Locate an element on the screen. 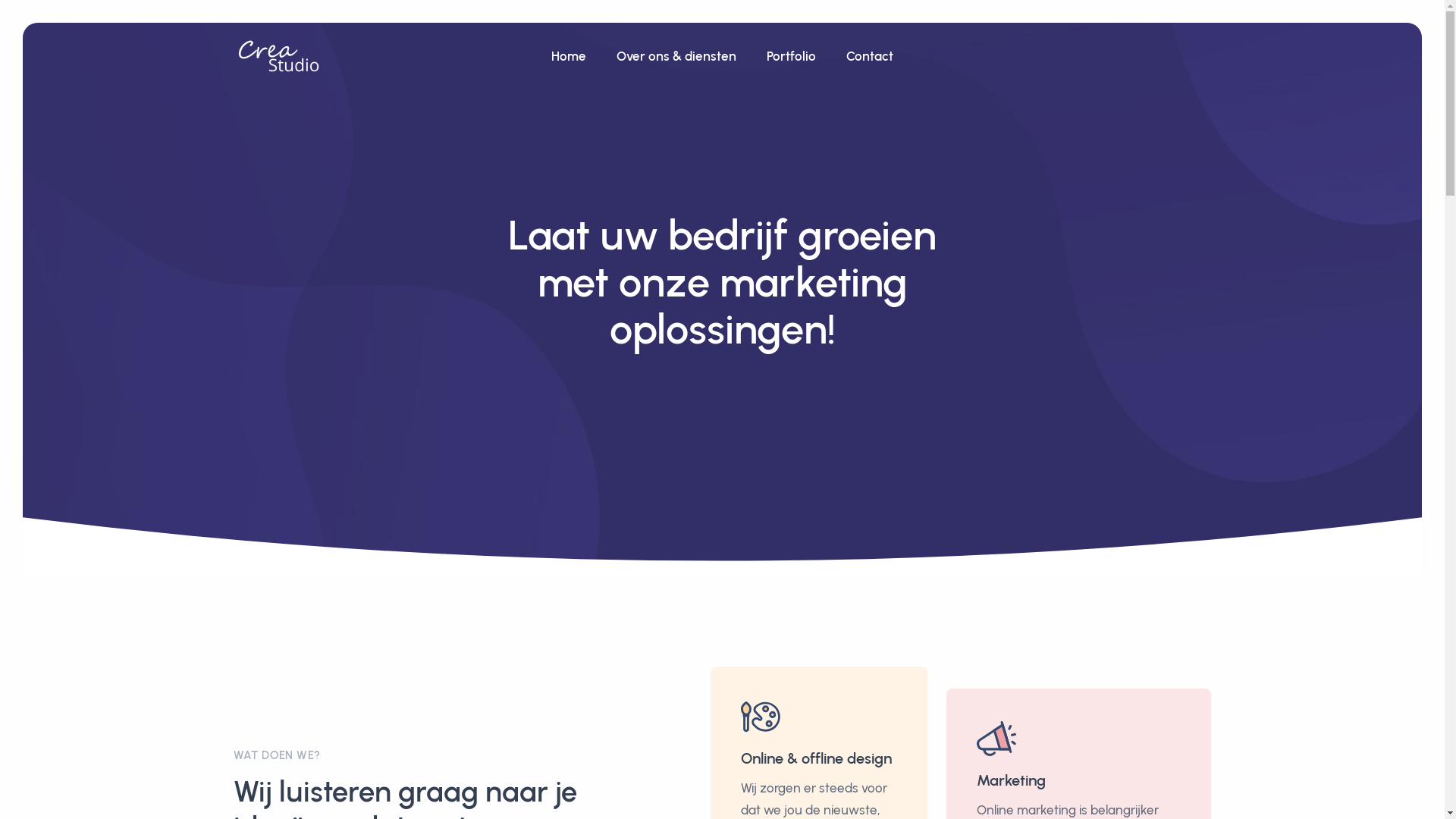 The image size is (1456, 819). 'Portfolio' is located at coordinates (790, 55).